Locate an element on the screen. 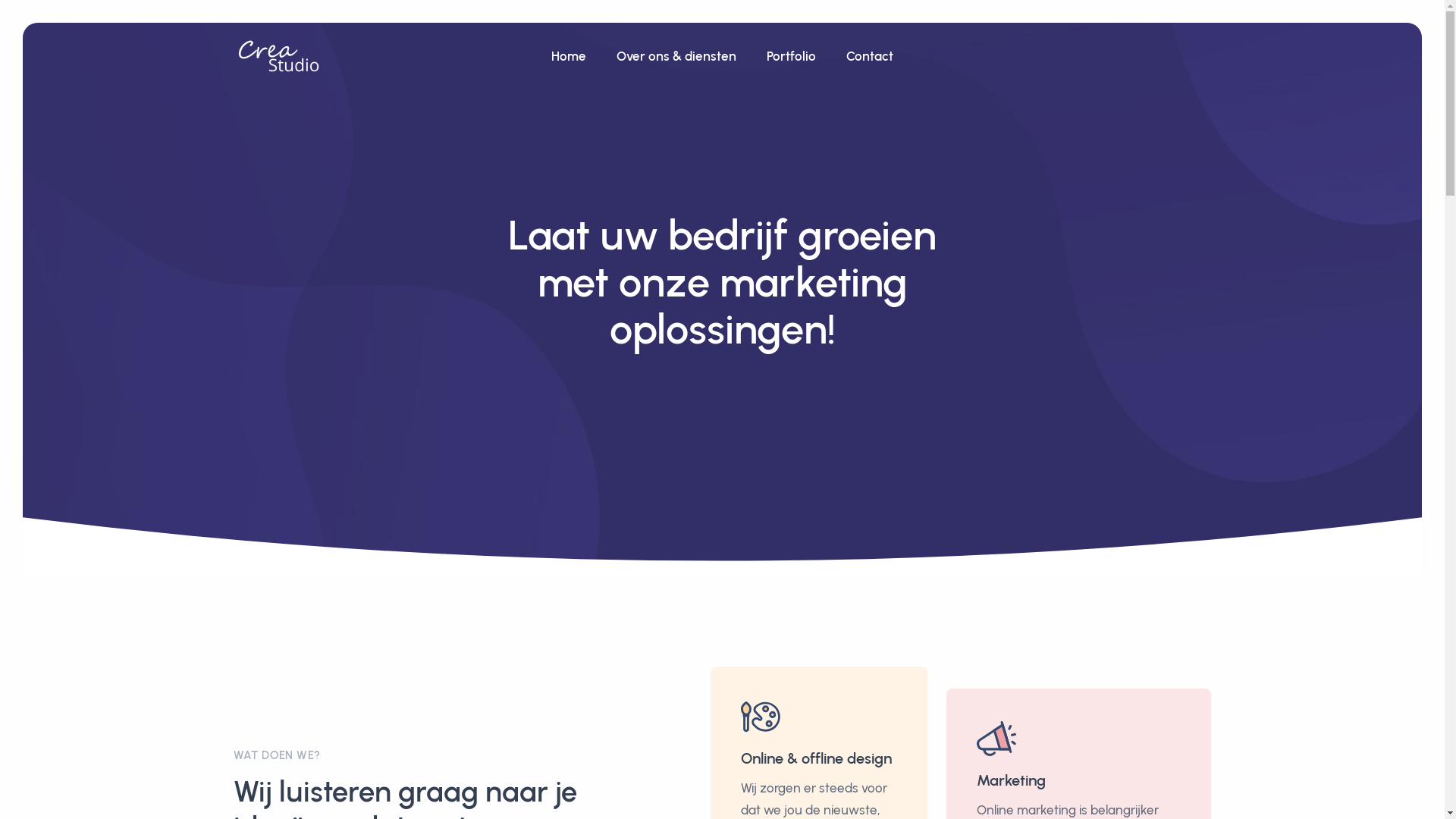 The image size is (1456, 819). 'Portfolio' is located at coordinates (790, 55).